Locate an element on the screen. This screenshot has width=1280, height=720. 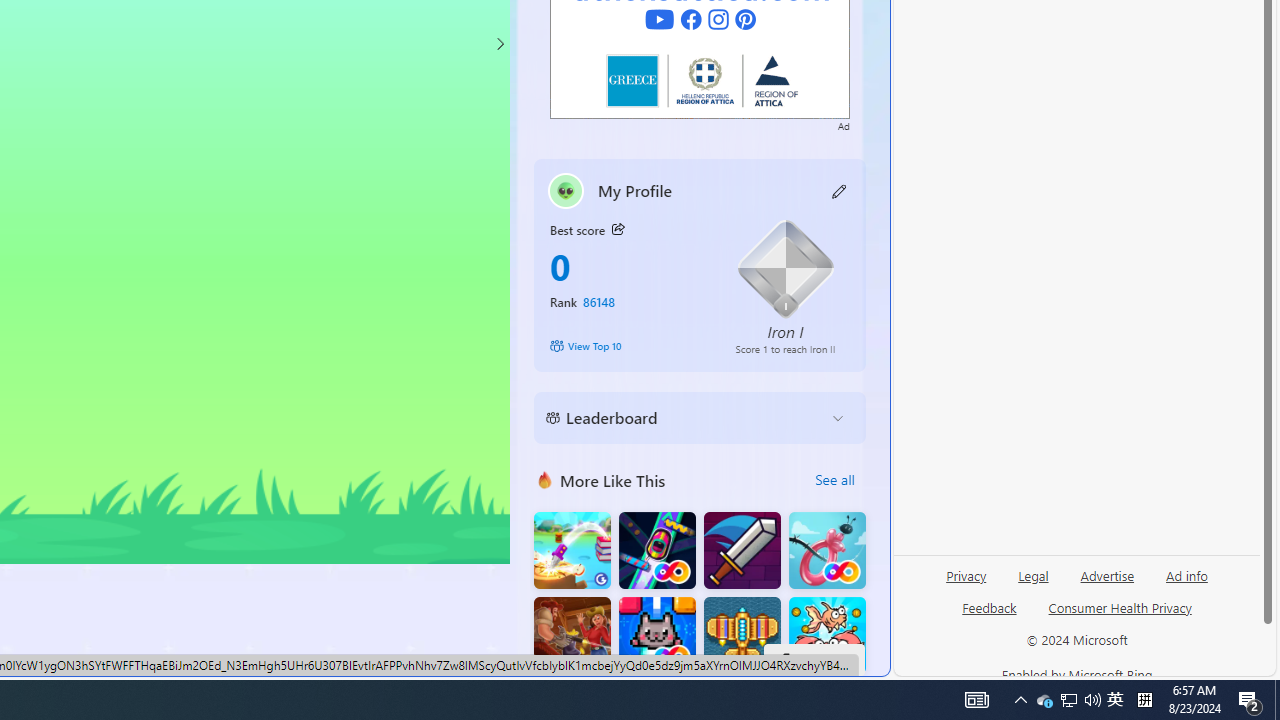
'Leaderboard' is located at coordinates (684, 416).